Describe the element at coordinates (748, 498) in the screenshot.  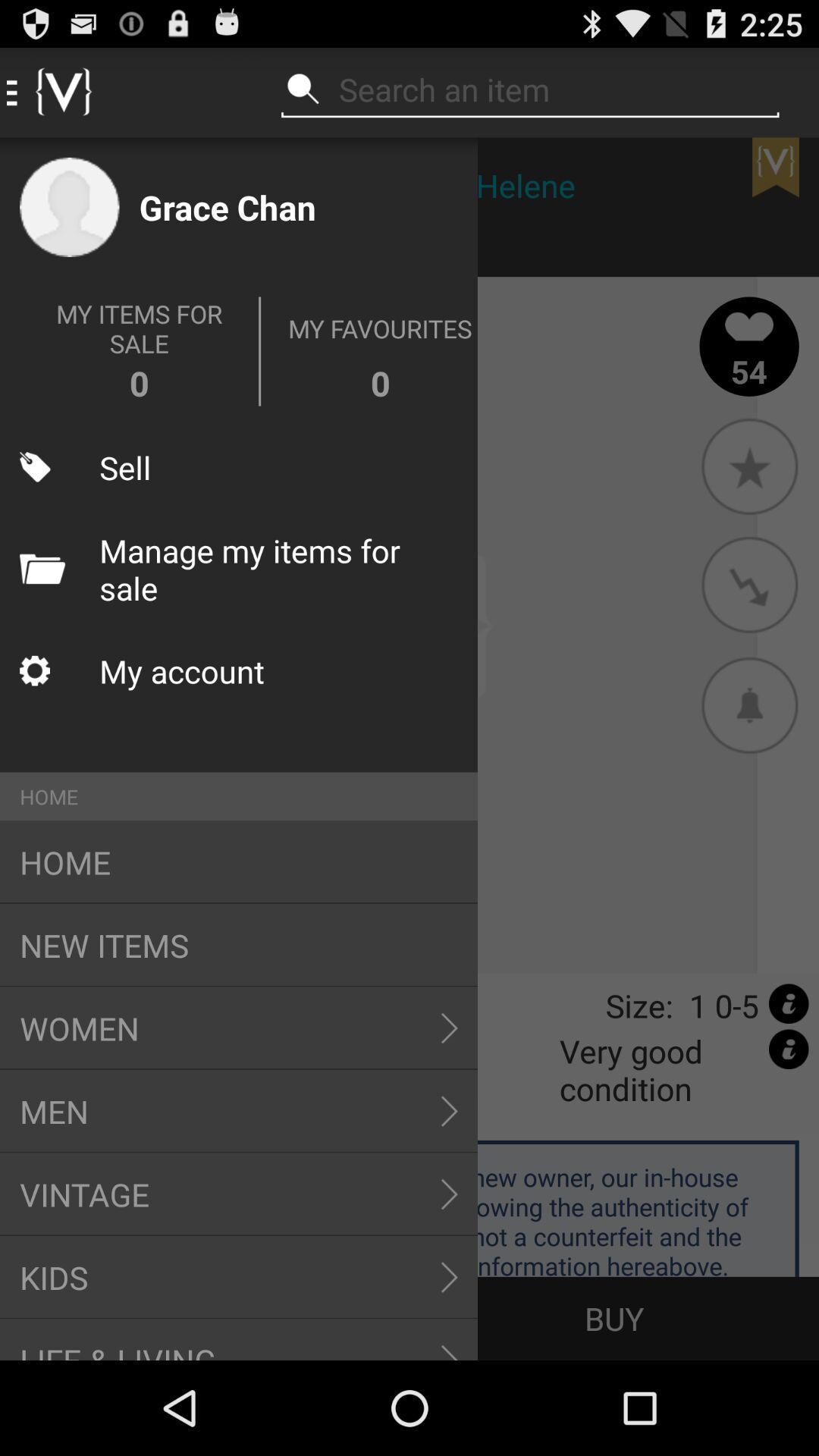
I see `the star icon` at that location.